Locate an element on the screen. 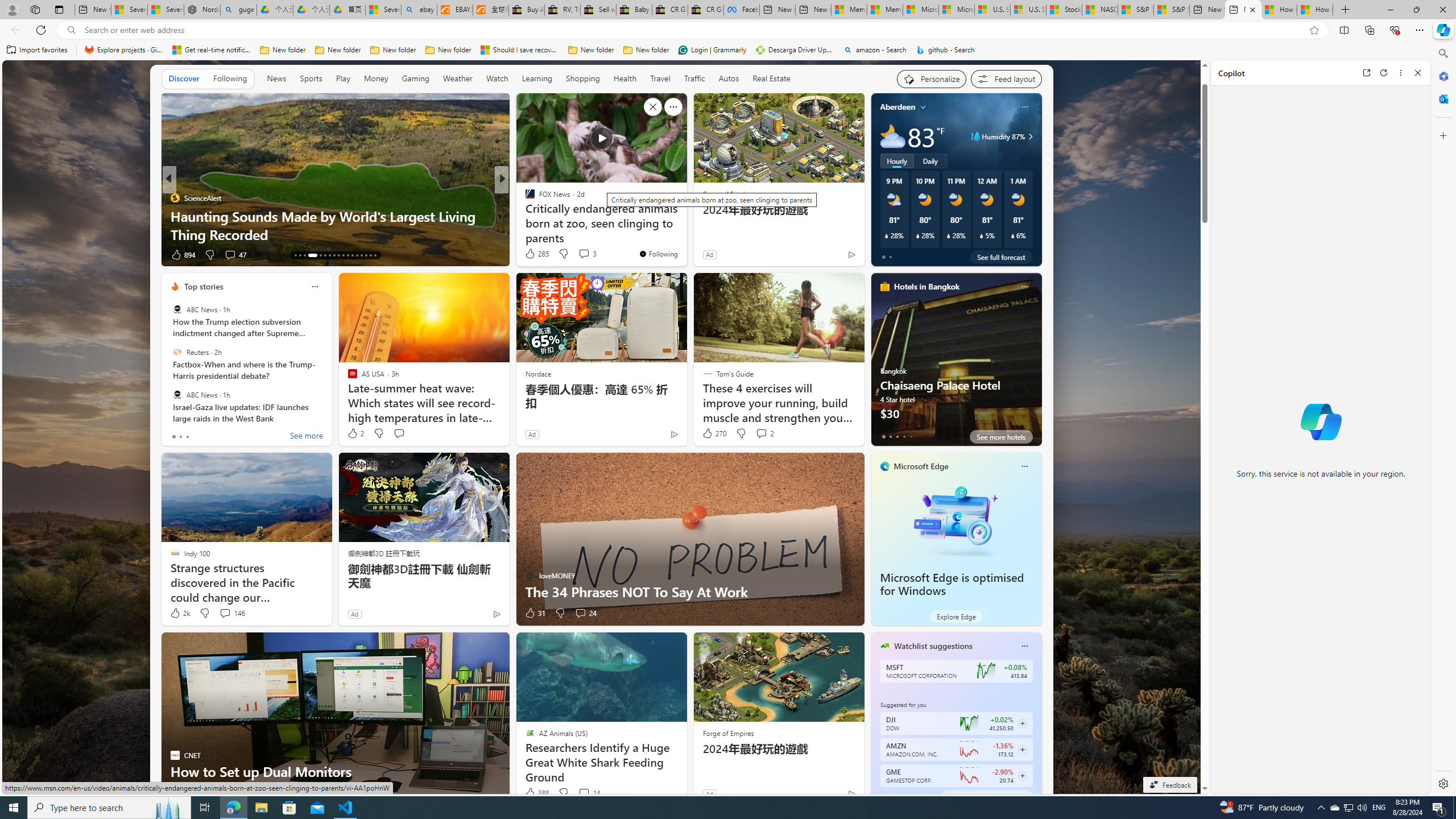 Image resolution: width=1456 pixels, height=819 pixels. 'Chaisaeng Palace Hotel' is located at coordinates (955, 363).